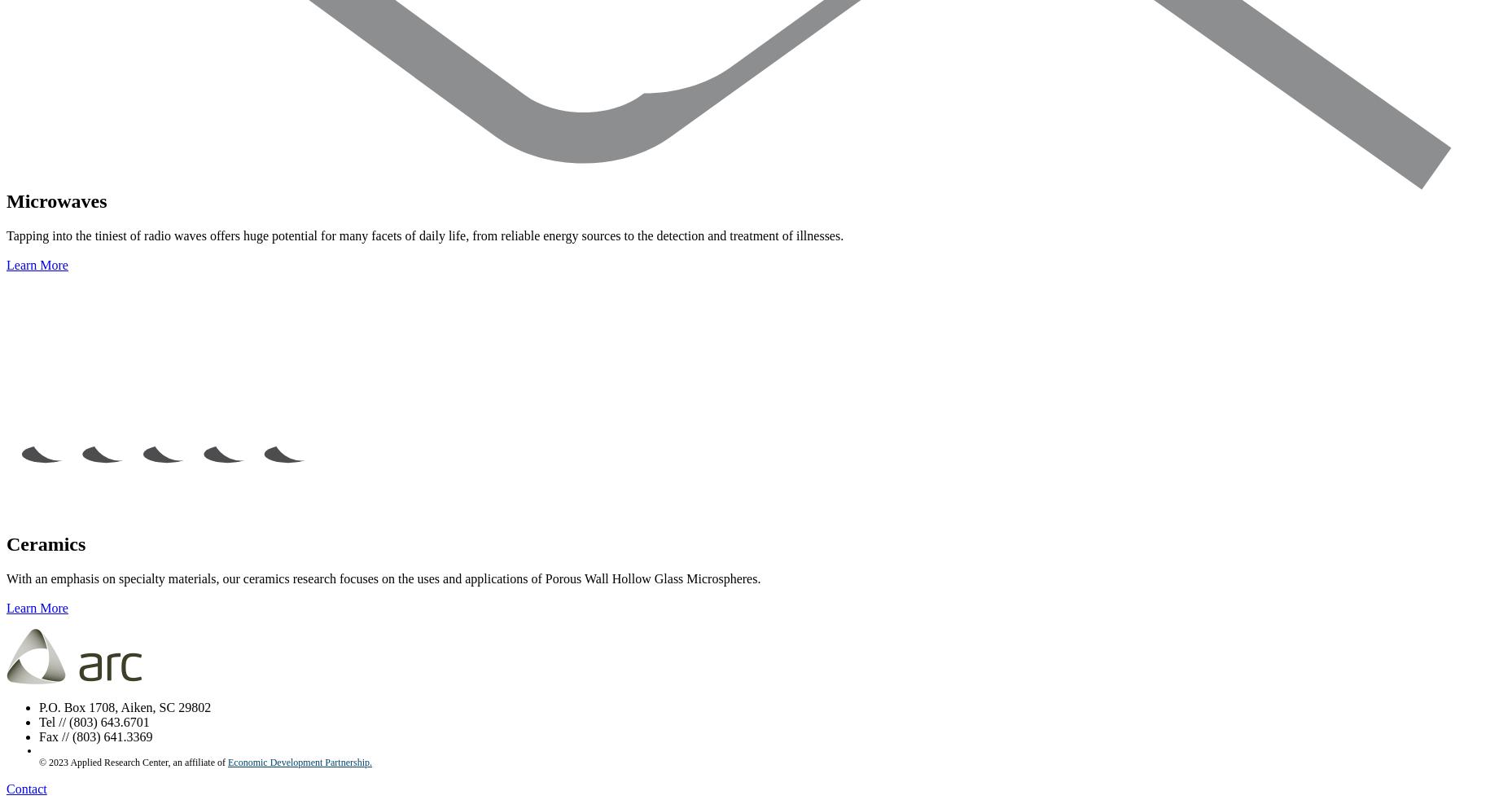 This screenshot has width=1512, height=800. Describe the element at coordinates (425, 235) in the screenshot. I see `'Tapping into the tiniest of radio waves offers huge potential for many facets of daily life, from reliable energy sources to the detection and treatment of illnesses.'` at that location.